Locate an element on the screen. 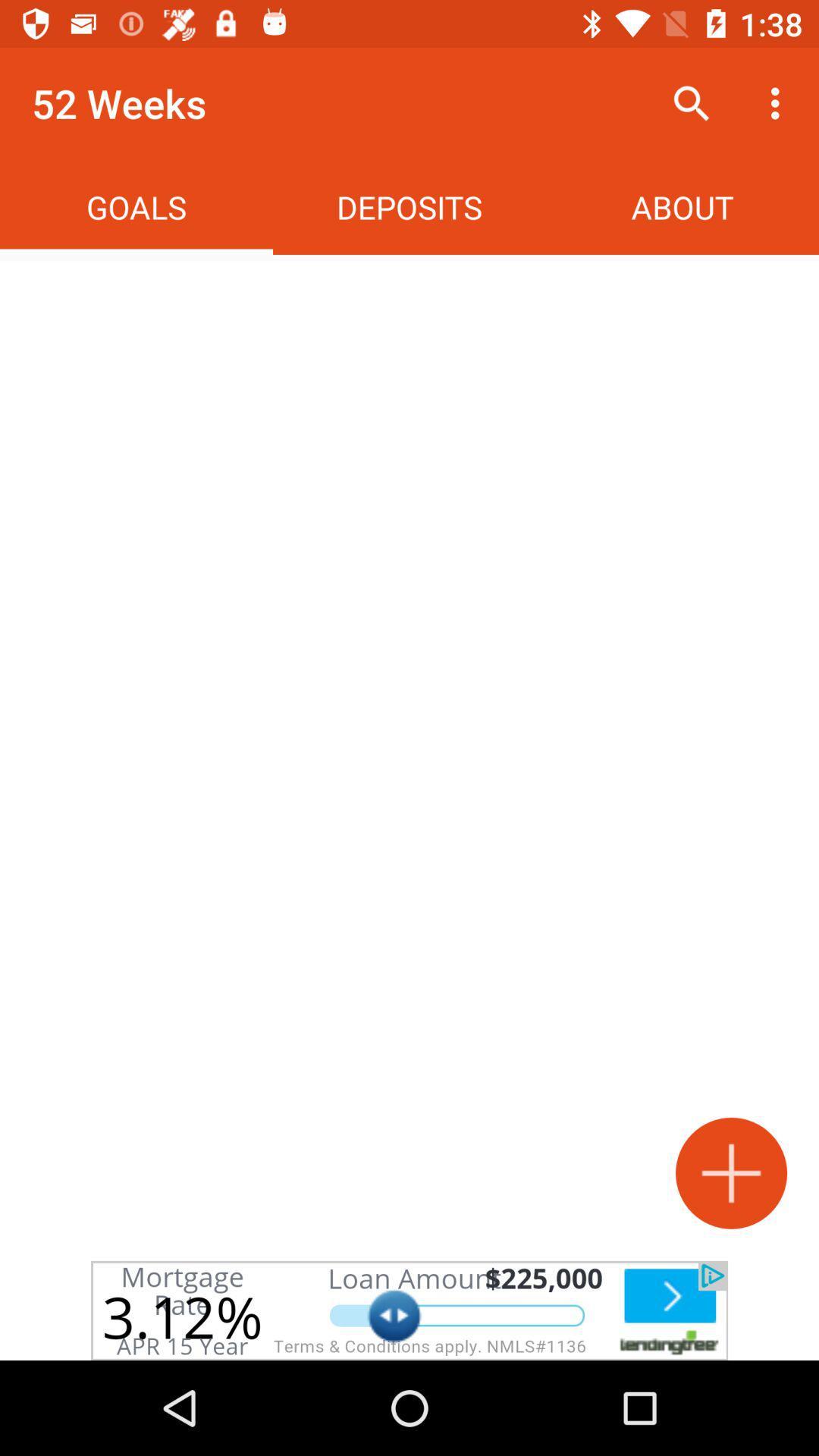 Image resolution: width=819 pixels, height=1456 pixels. the advertisement is located at coordinates (409, 1310).